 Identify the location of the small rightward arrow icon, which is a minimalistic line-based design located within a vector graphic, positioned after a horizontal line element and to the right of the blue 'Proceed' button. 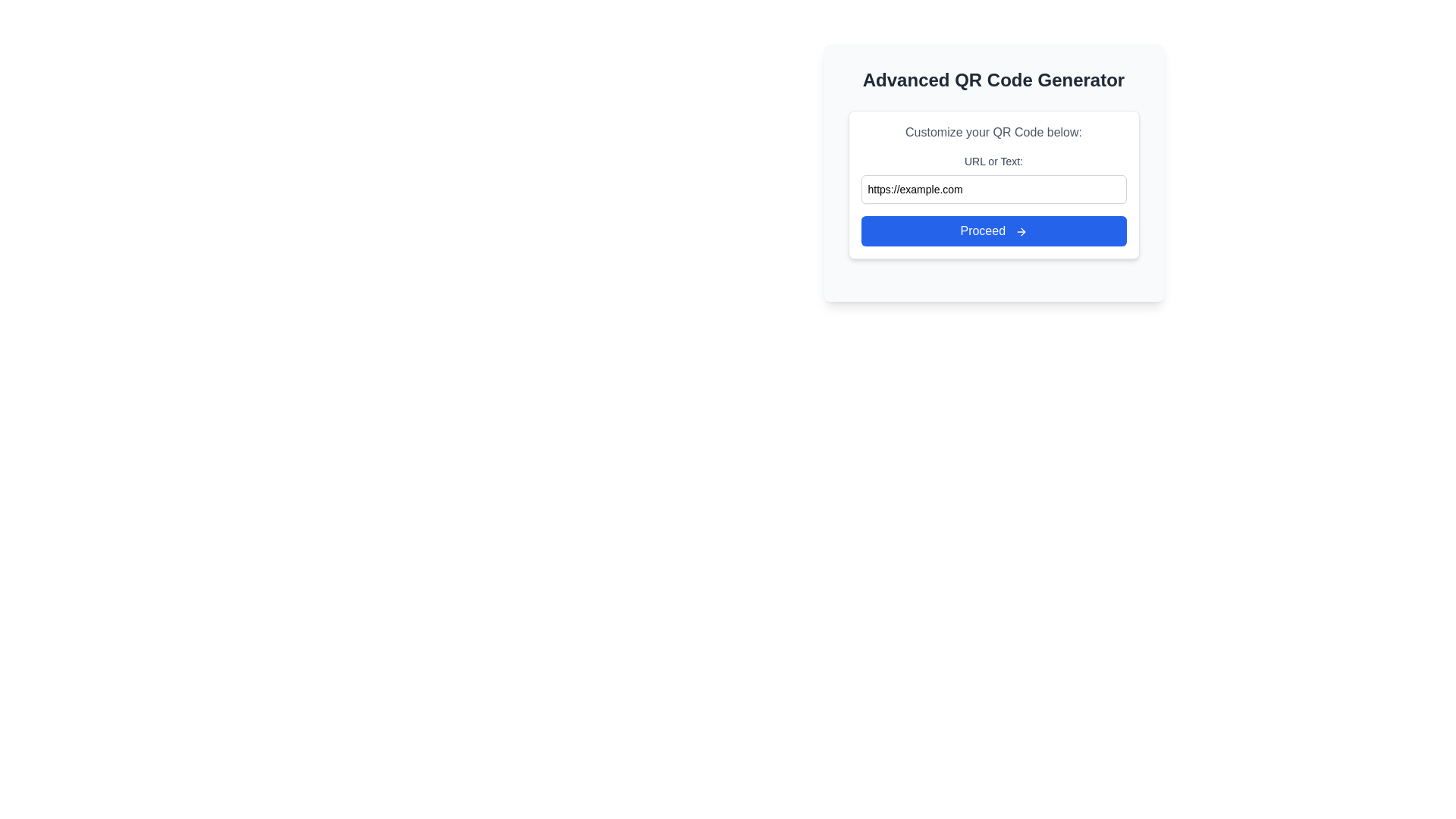
(1022, 231).